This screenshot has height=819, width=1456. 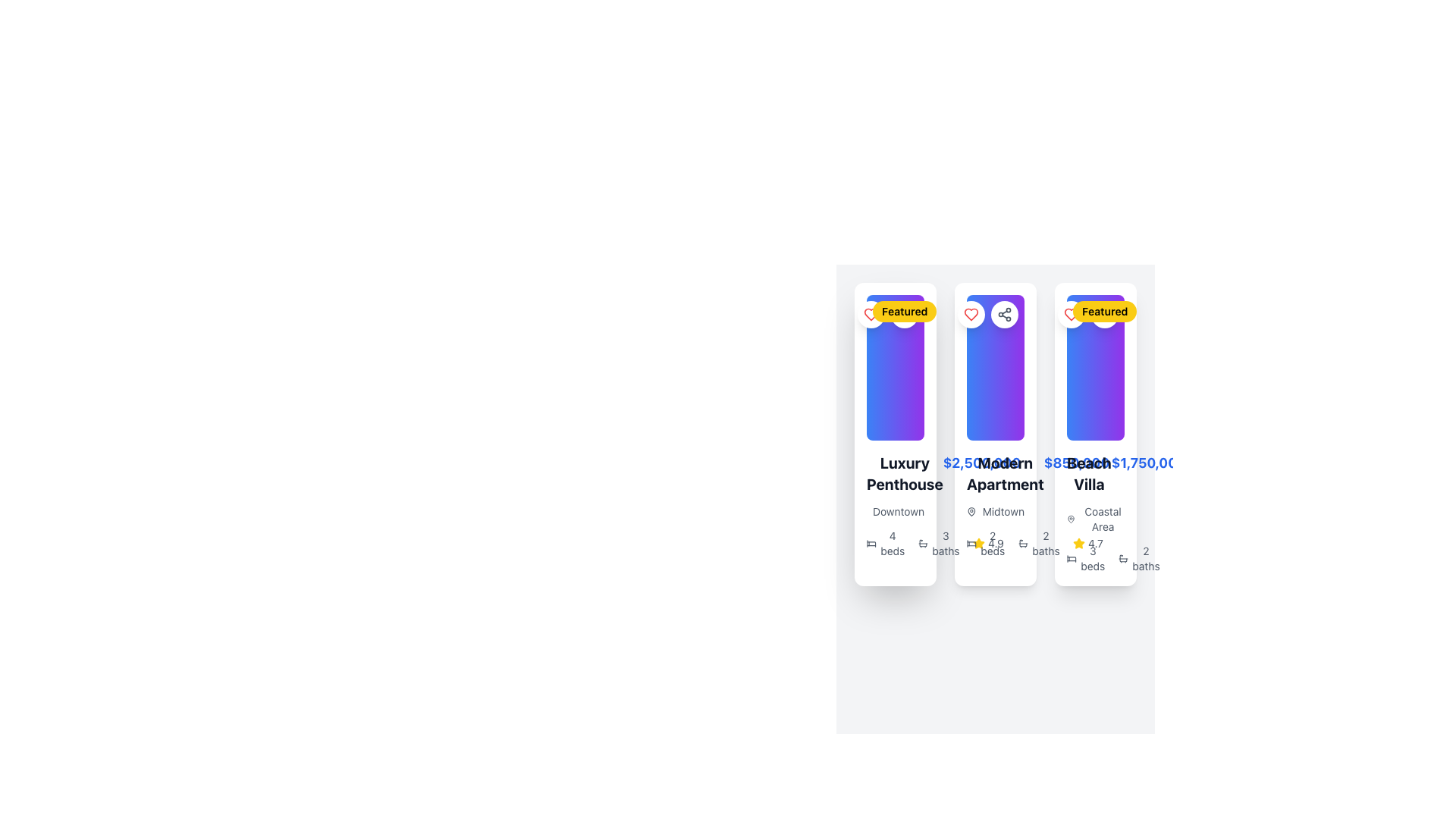 I want to click on the text label indicating the number of bedrooms in the 'Beach Villa' card, located under the 'Coastal Area' description and accompanied by a small bed icon, so click(x=1093, y=558).